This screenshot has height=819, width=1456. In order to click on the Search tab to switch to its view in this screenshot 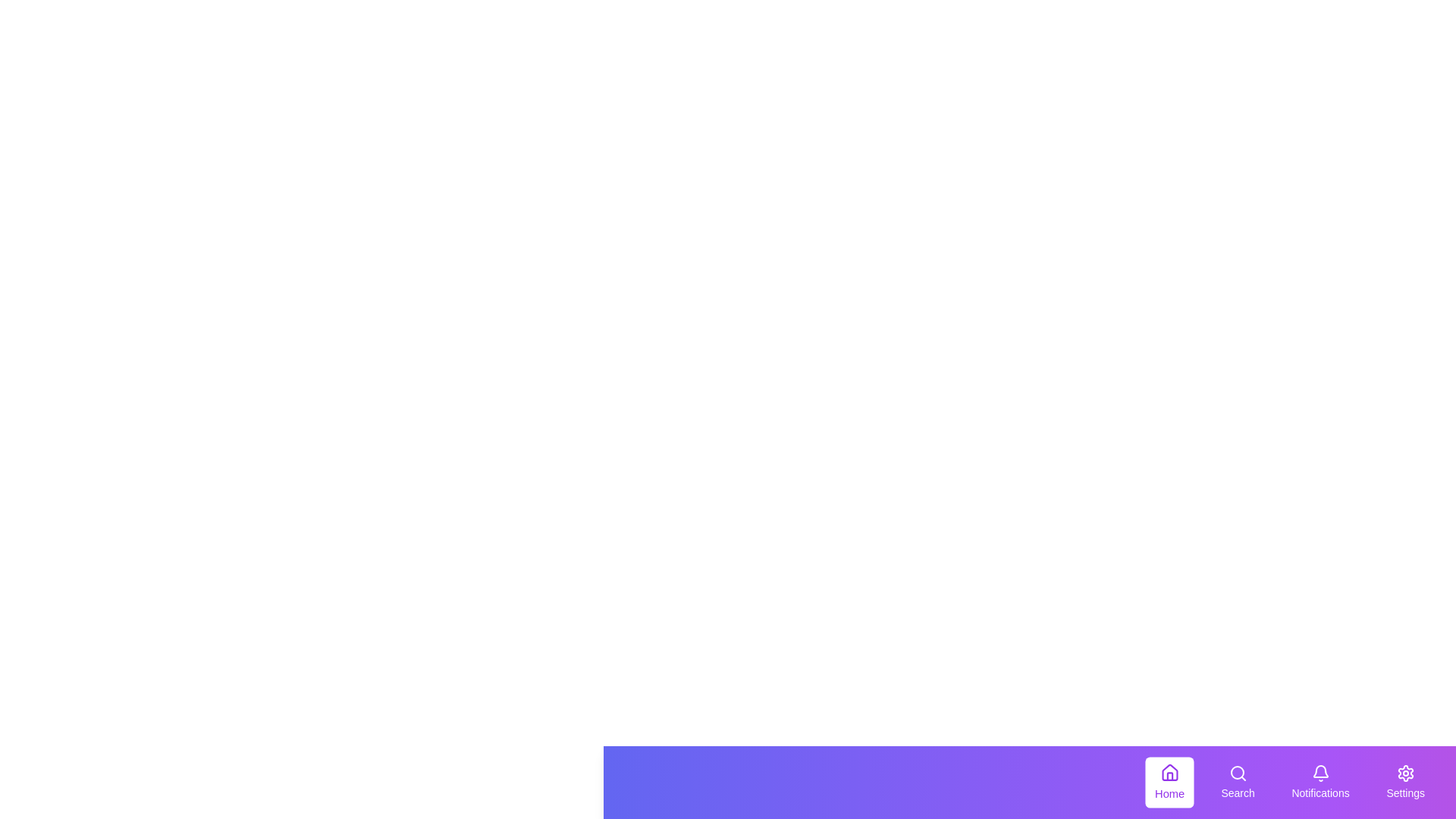, I will do `click(1238, 783)`.